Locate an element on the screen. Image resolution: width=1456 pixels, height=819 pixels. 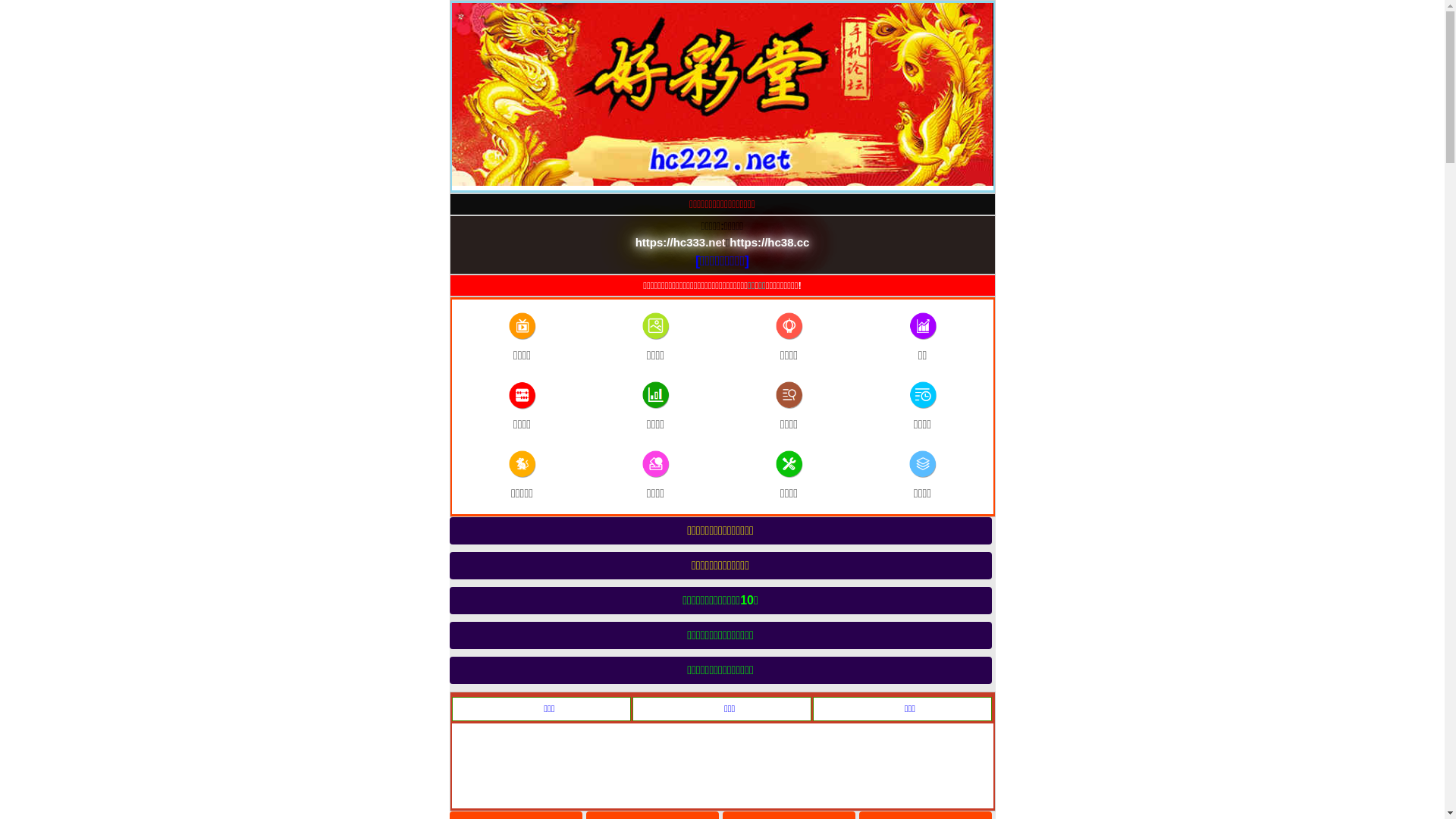
'https://hc333.net' is located at coordinates (679, 241).